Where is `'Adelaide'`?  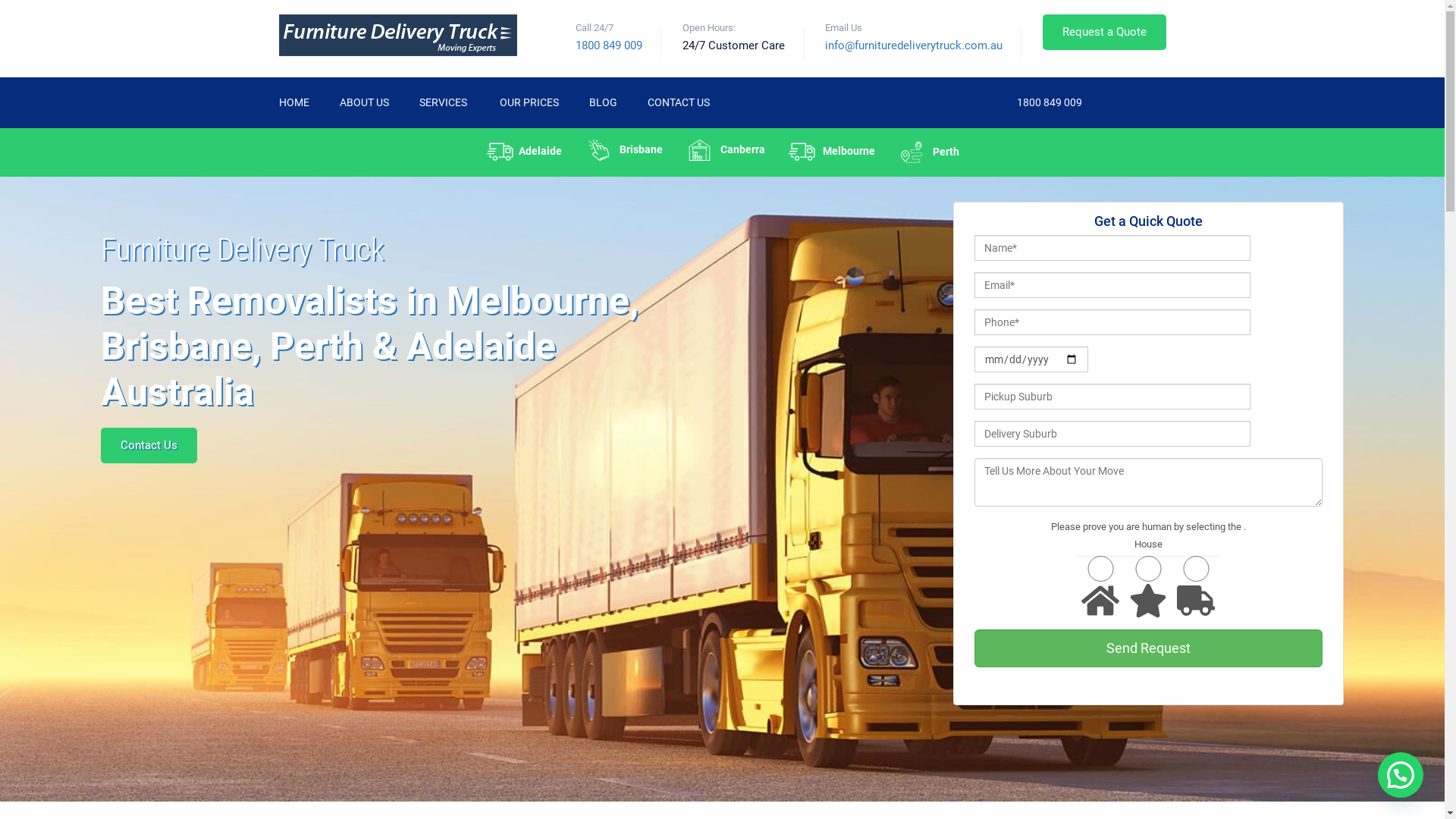
'Adelaide' is located at coordinates (524, 151).